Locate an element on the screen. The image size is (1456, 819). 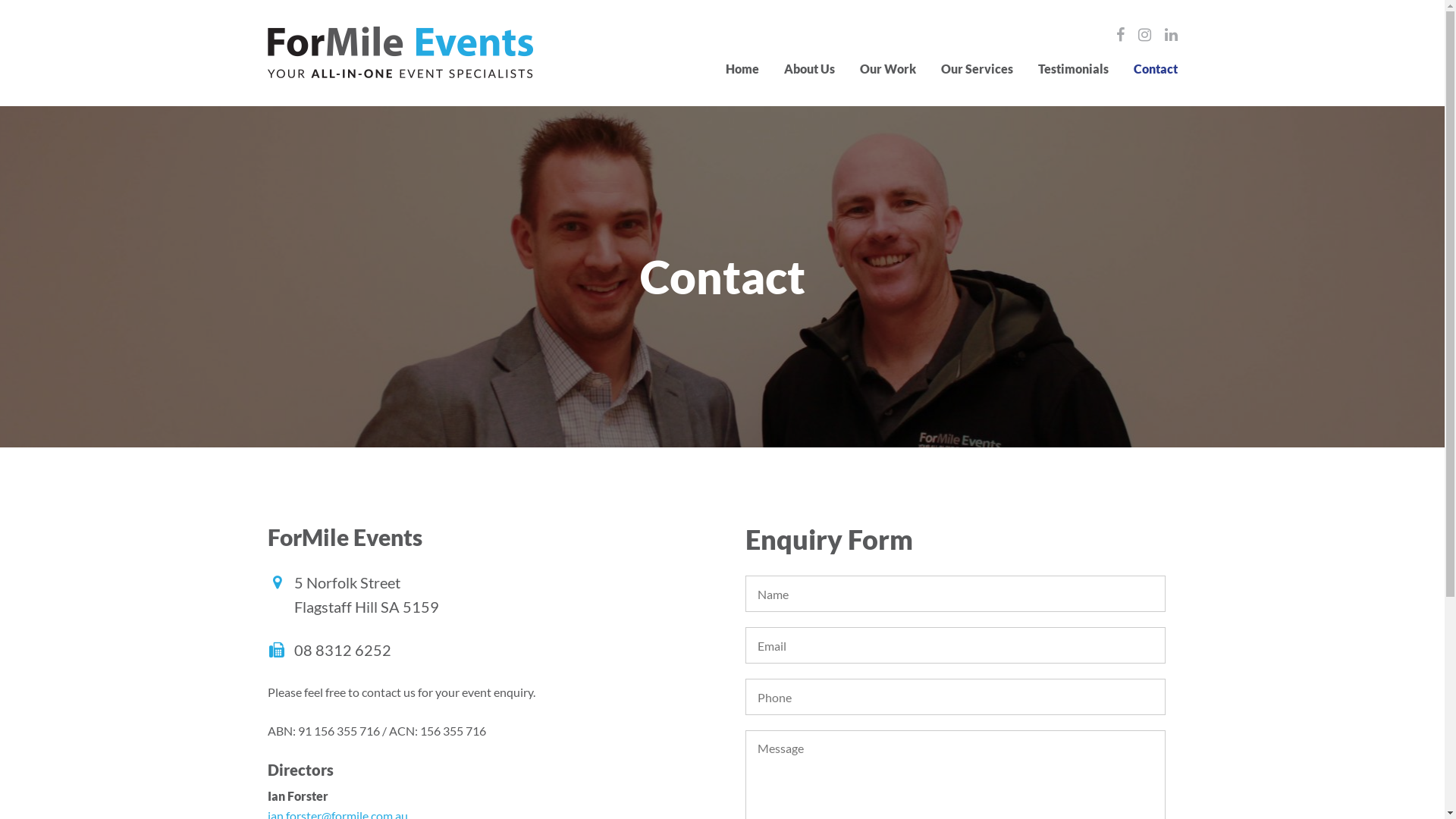
'Our Work' is located at coordinates (859, 68).